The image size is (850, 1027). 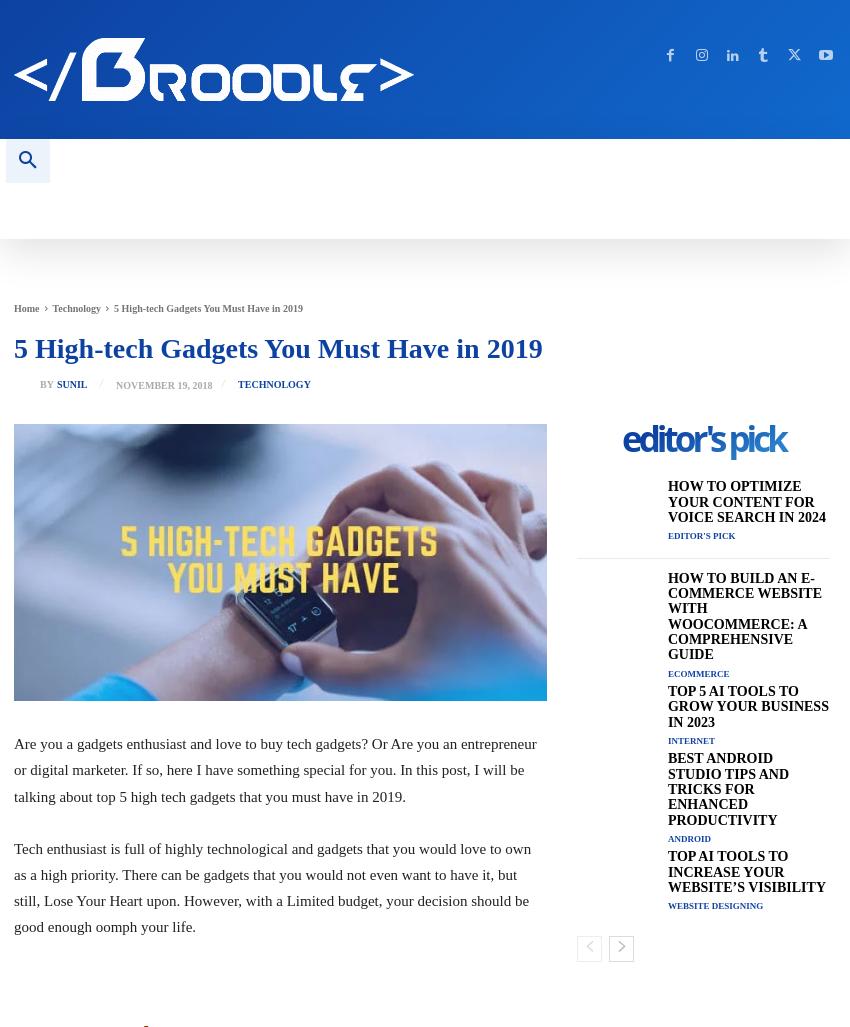 I want to click on 'Are you a gadgets enthusiast and love to buy tech gadgets? Or Are you an entrepreneur or digital marketer. If so, here I have something special for you. In this post, I will be talking about top 5 high tech gadgets that you must have in 2019.', so click(x=273, y=769).